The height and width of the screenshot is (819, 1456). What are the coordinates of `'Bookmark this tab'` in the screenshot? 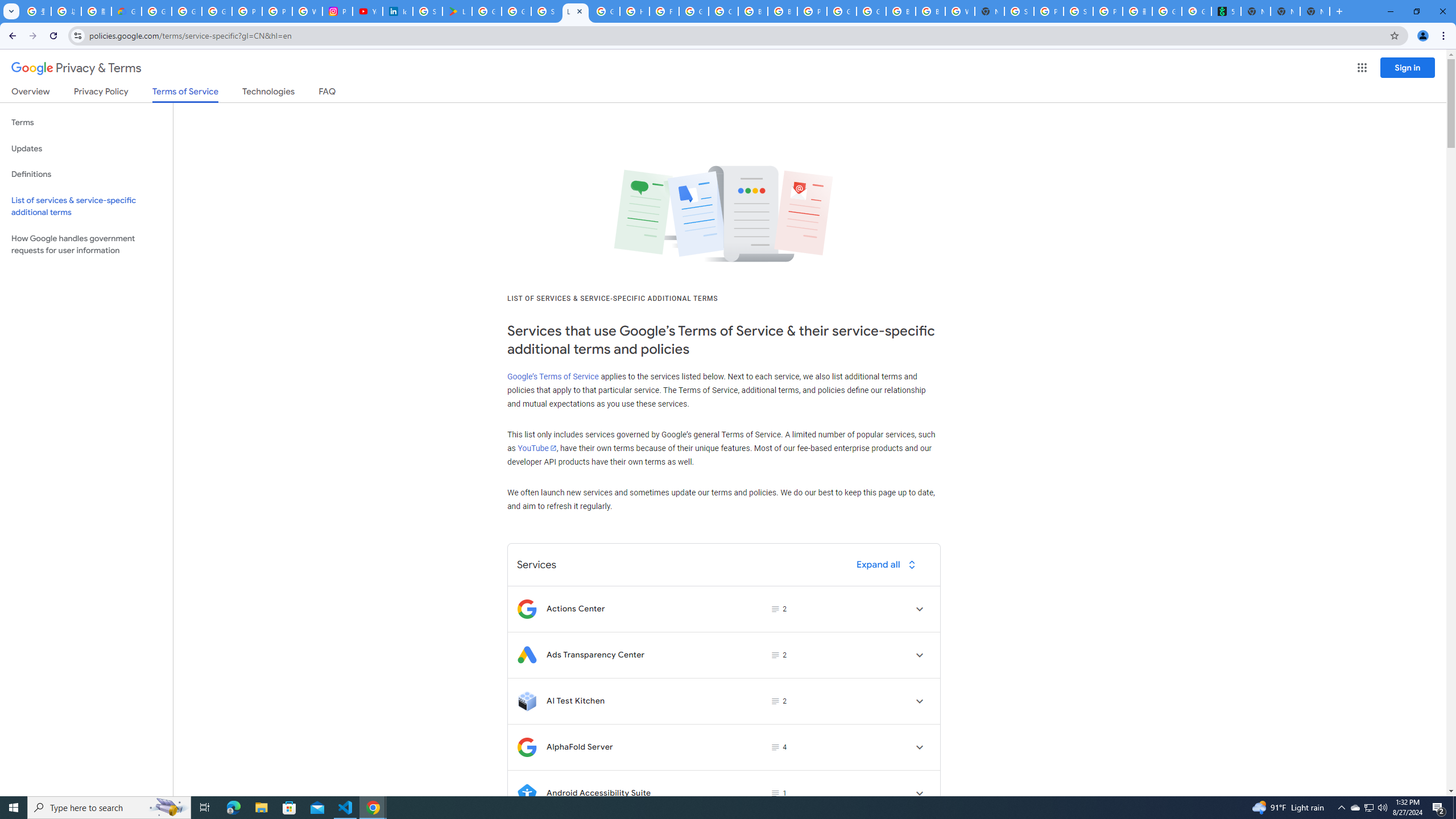 It's located at (1393, 35).